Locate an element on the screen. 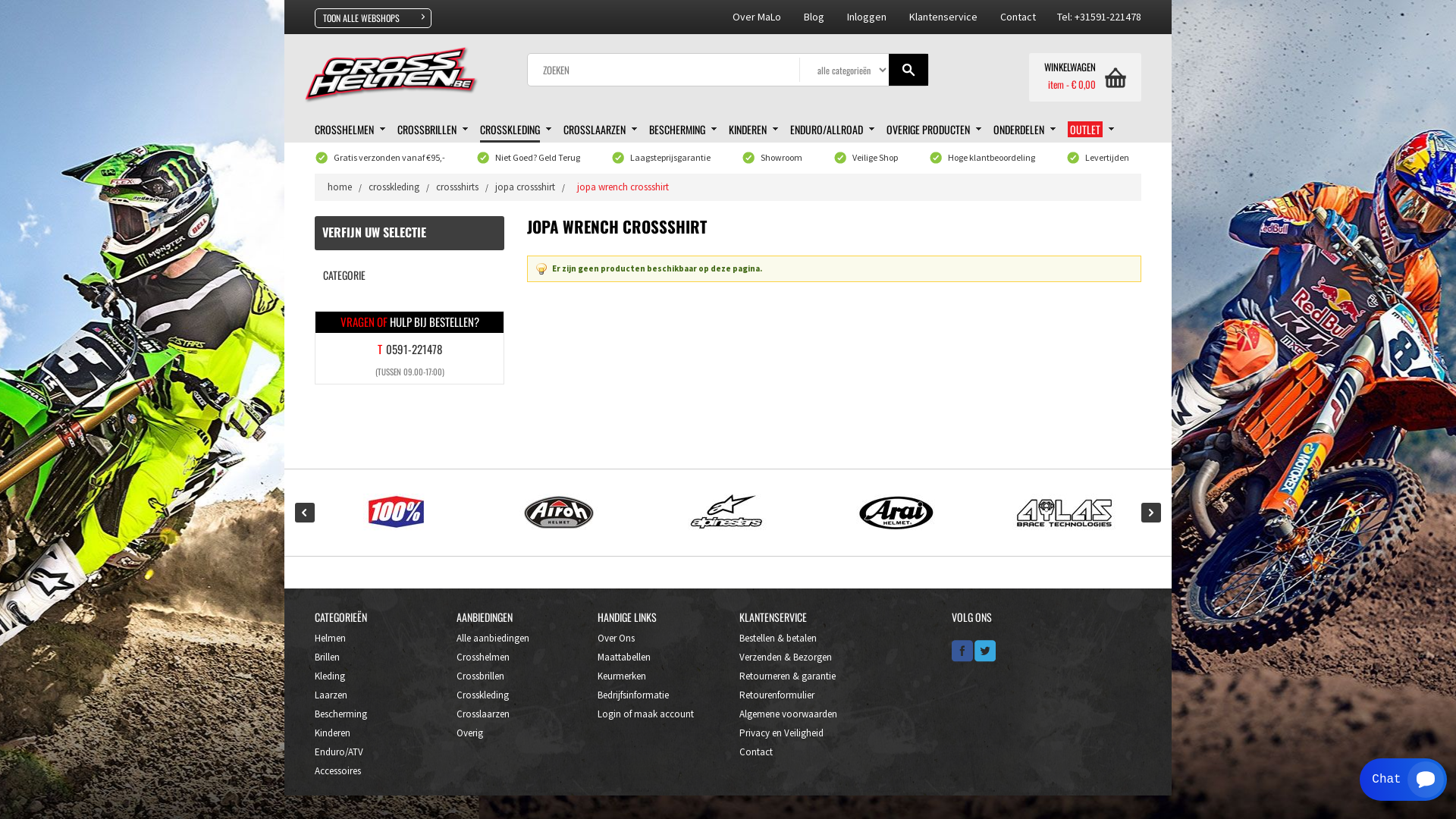  'Blog' is located at coordinates (813, 17).